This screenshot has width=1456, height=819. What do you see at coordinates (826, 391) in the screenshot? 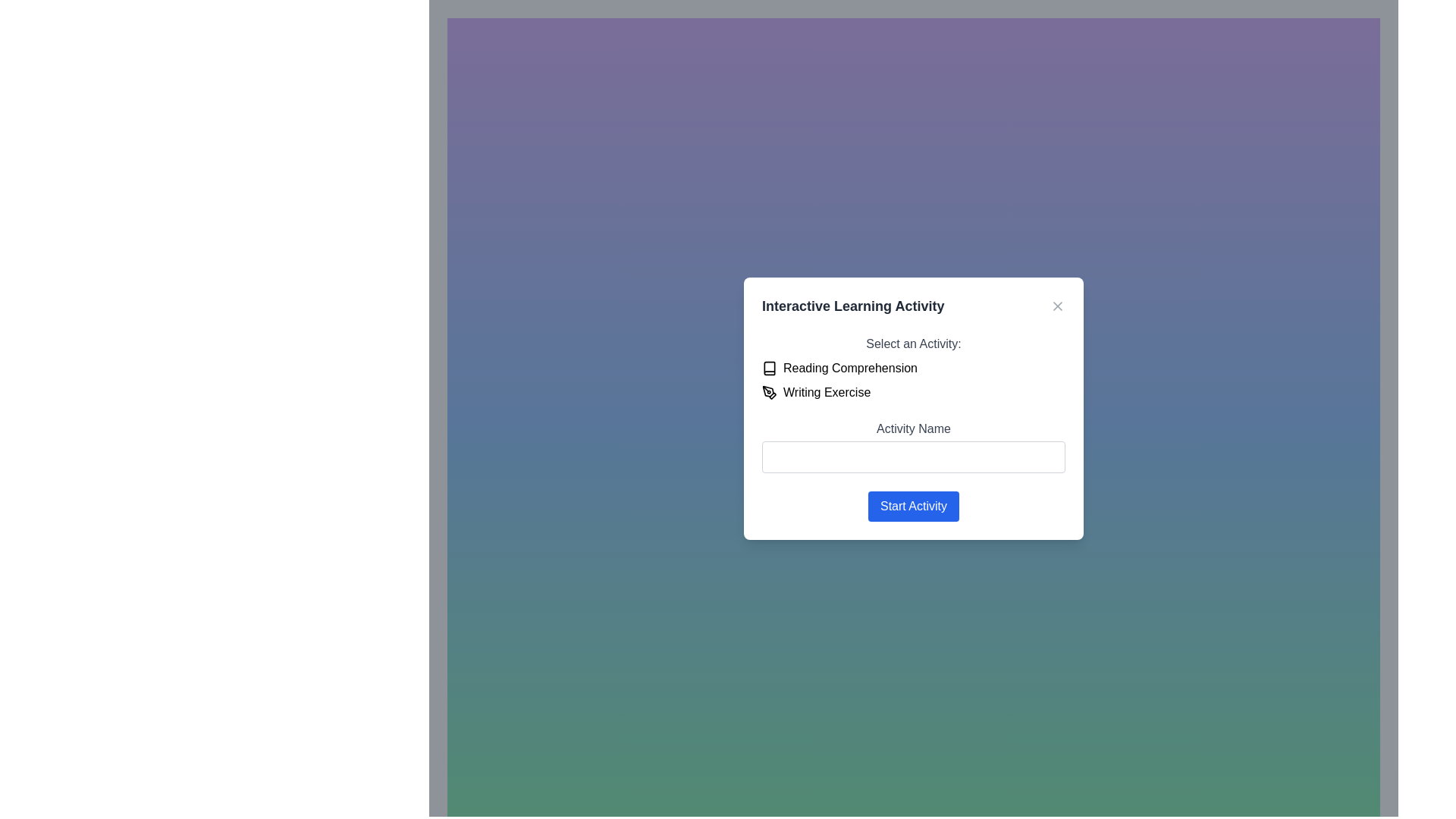
I see `the 'Writing Exercise' text label, which is a clear and bold label located within the modal dialog box under the 'Select an Activity' section, adjacent to the pen tool icon` at bounding box center [826, 391].